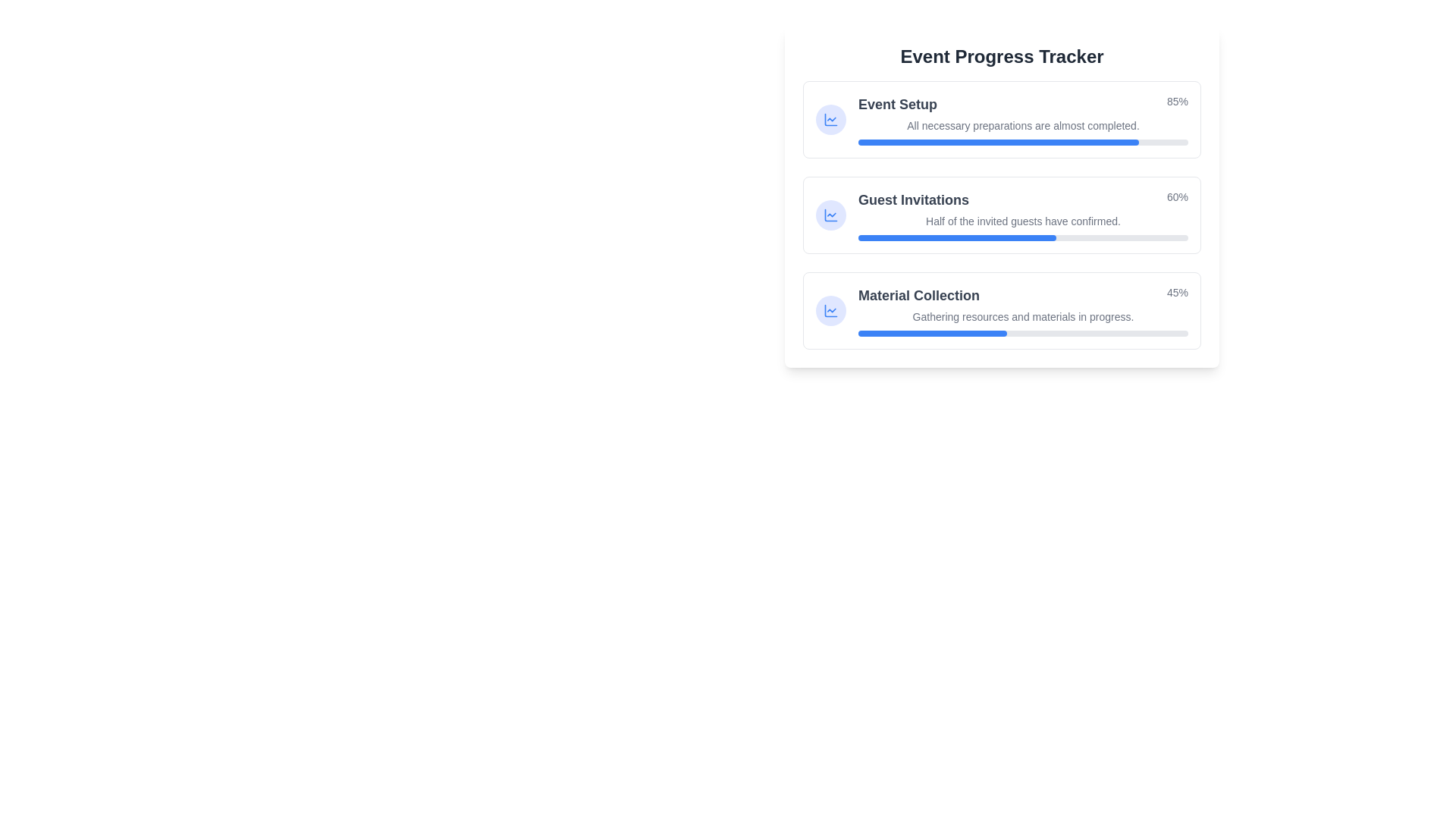 The height and width of the screenshot is (819, 1456). Describe the element at coordinates (1023, 315) in the screenshot. I see `the text label displaying 'Gathering resources and materials in progress.' which is styled as a secondary informational text and is positioned below 'Material Collection' and '45%'` at that location.